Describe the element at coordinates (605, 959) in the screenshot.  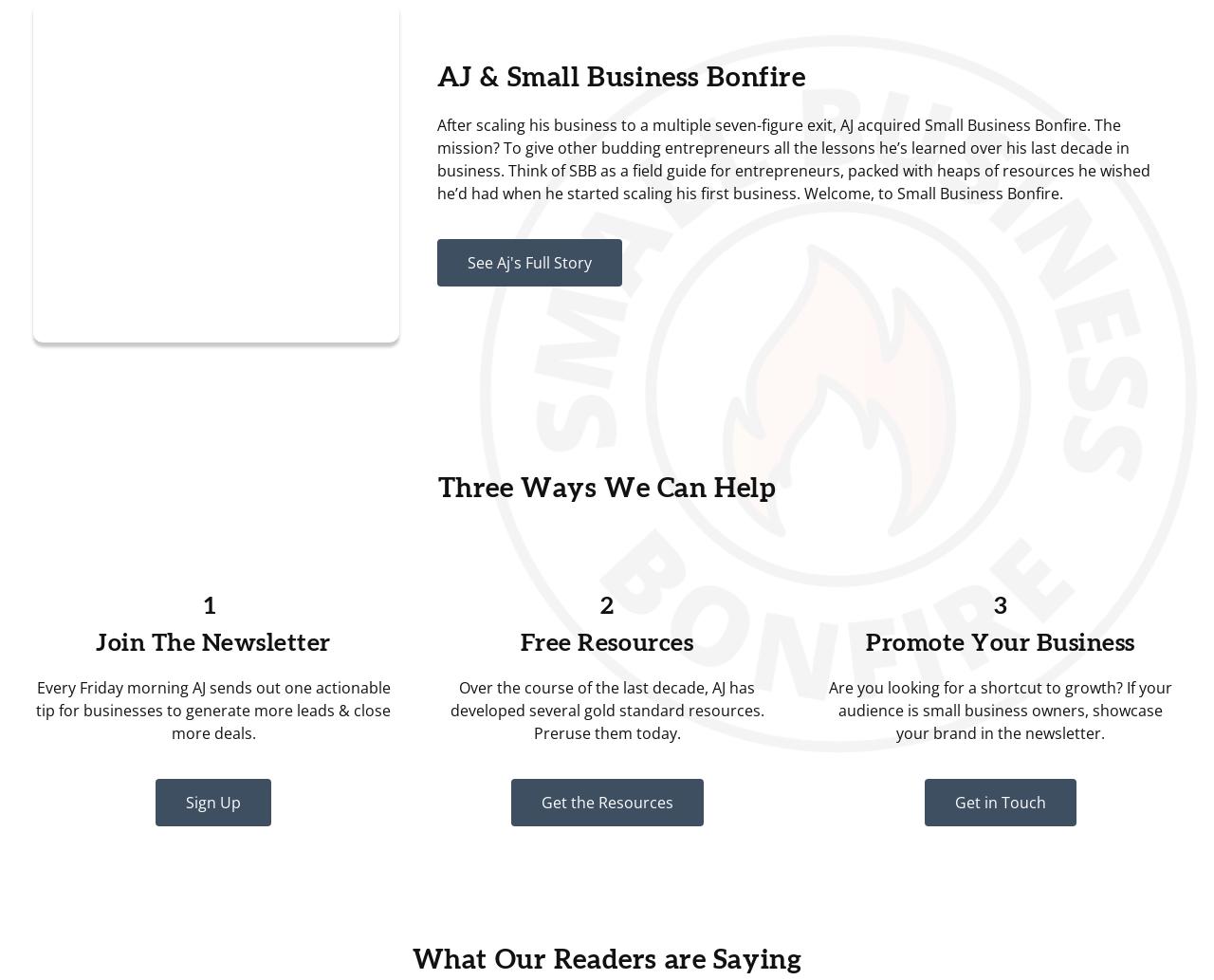
I see `'What Our Readers are Saying'` at that location.